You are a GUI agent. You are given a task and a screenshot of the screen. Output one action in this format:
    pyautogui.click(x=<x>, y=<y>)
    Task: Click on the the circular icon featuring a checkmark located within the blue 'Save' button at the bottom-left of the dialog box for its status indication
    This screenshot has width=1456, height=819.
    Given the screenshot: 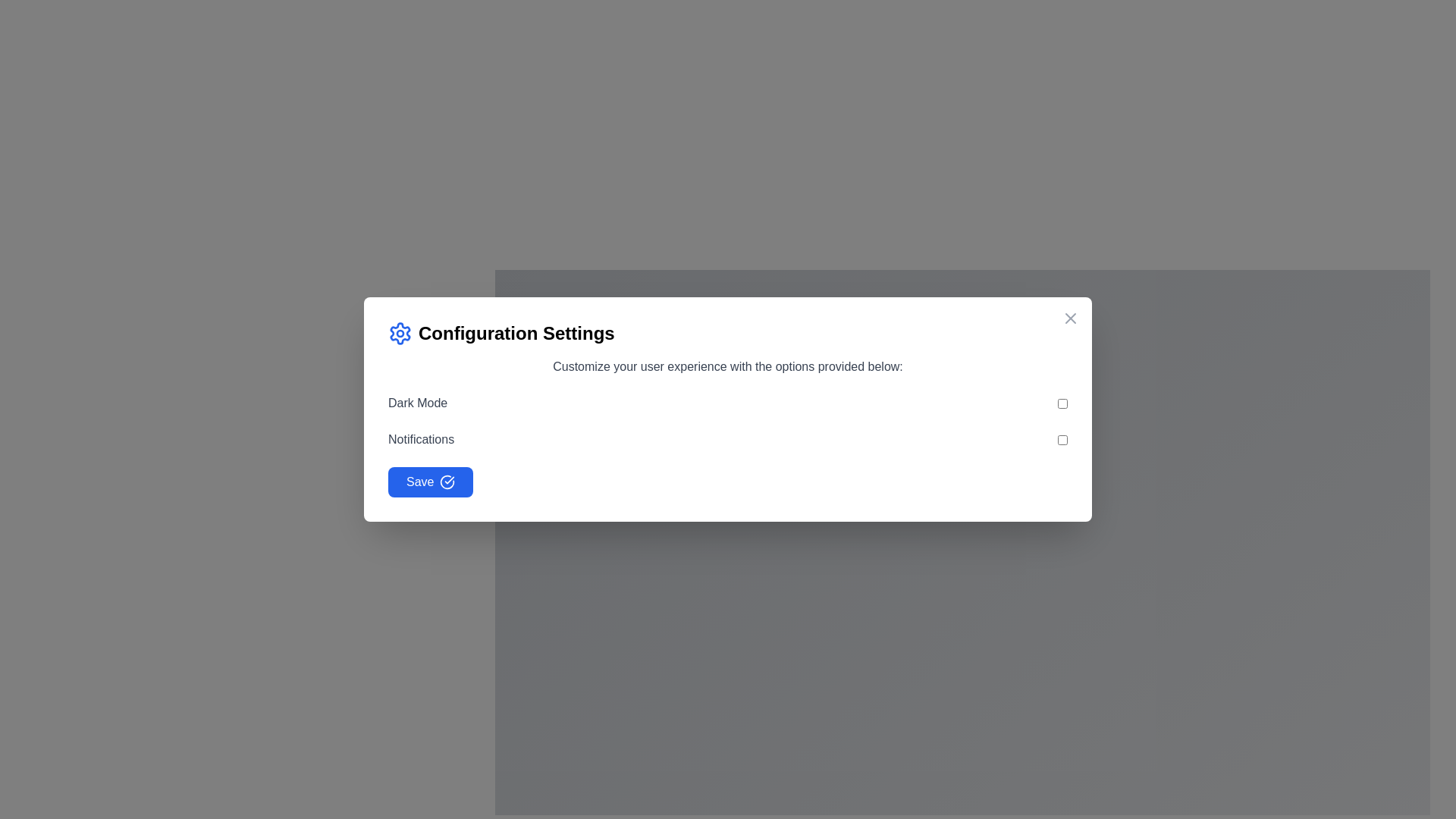 What is the action you would take?
    pyautogui.click(x=447, y=482)
    